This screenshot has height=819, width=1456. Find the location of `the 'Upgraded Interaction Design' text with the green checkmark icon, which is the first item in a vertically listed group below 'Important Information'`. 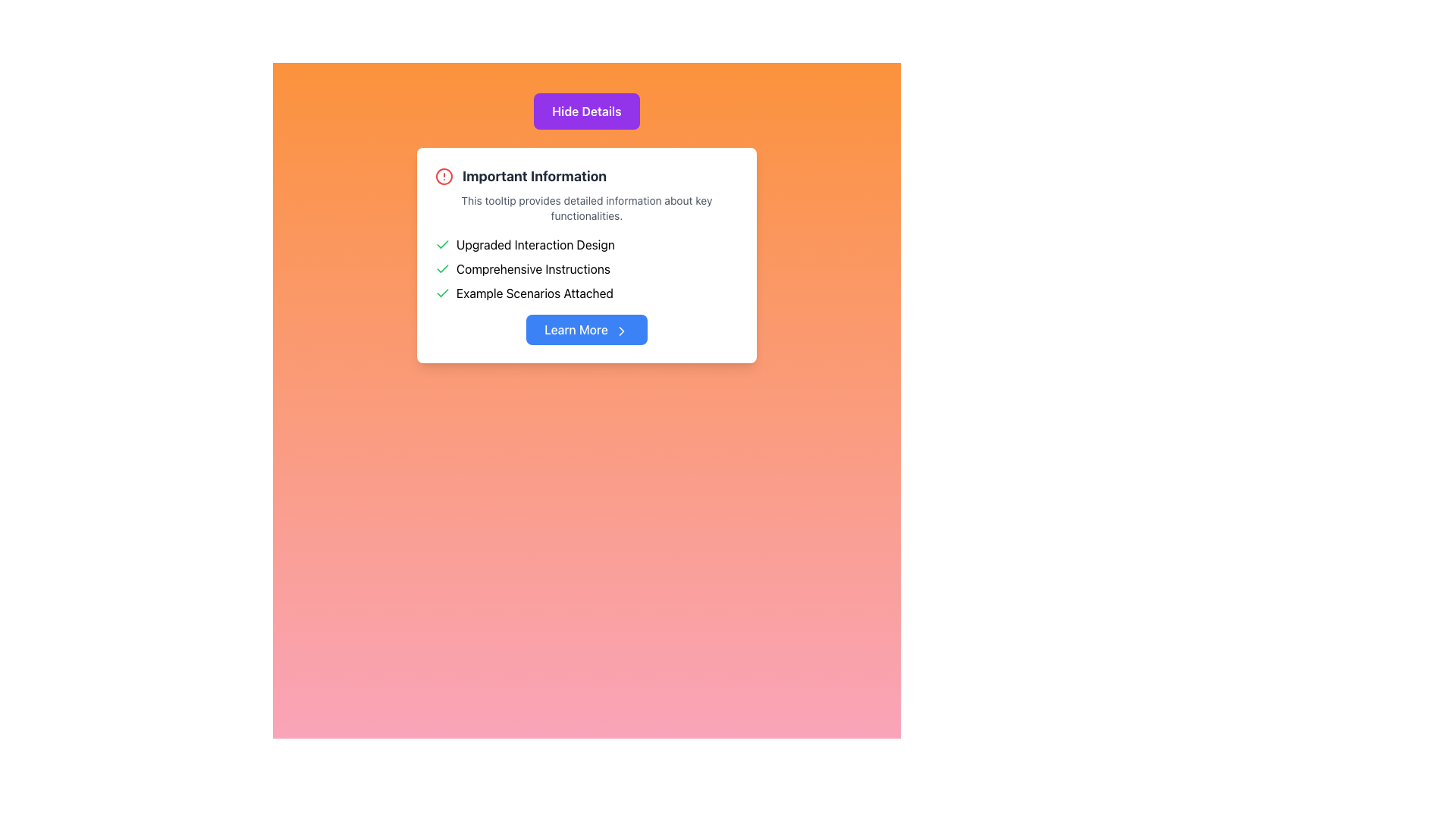

the 'Upgraded Interaction Design' text with the green checkmark icon, which is the first item in a vertically listed group below 'Important Information' is located at coordinates (585, 244).